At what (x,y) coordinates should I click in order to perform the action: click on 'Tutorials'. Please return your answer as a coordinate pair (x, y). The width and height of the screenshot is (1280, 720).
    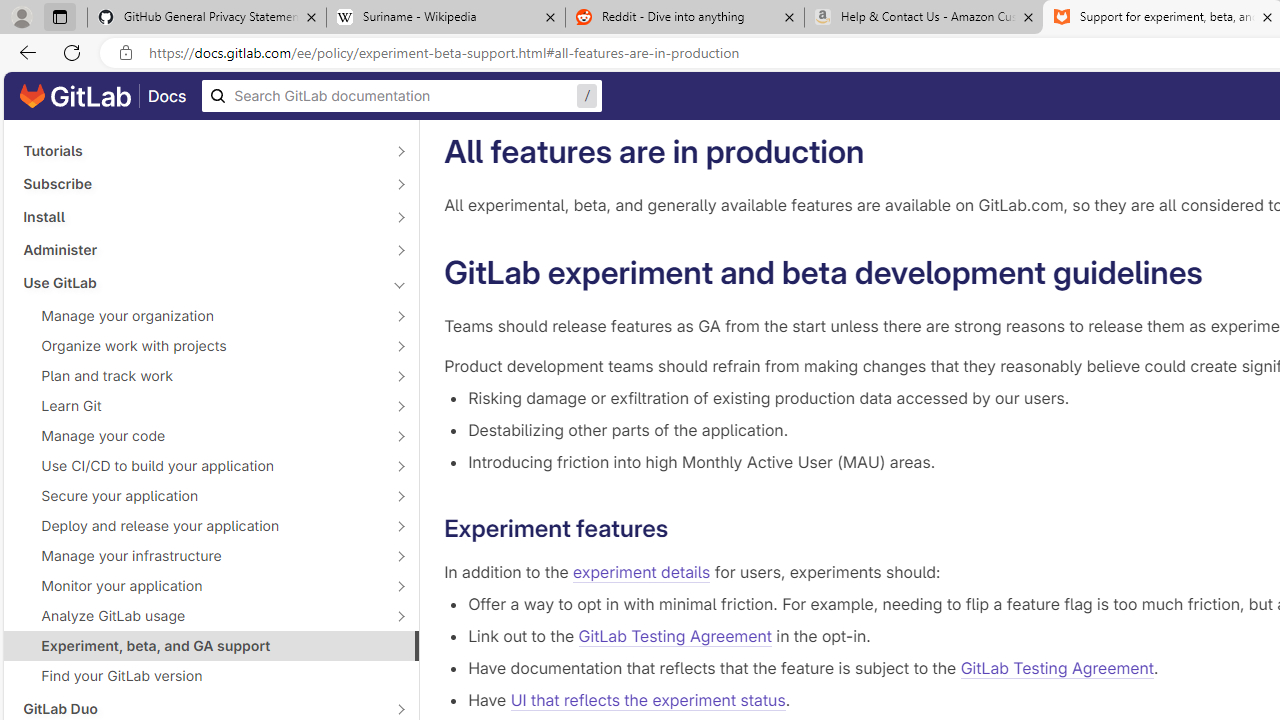
    Looking at the image, I should click on (200, 150).